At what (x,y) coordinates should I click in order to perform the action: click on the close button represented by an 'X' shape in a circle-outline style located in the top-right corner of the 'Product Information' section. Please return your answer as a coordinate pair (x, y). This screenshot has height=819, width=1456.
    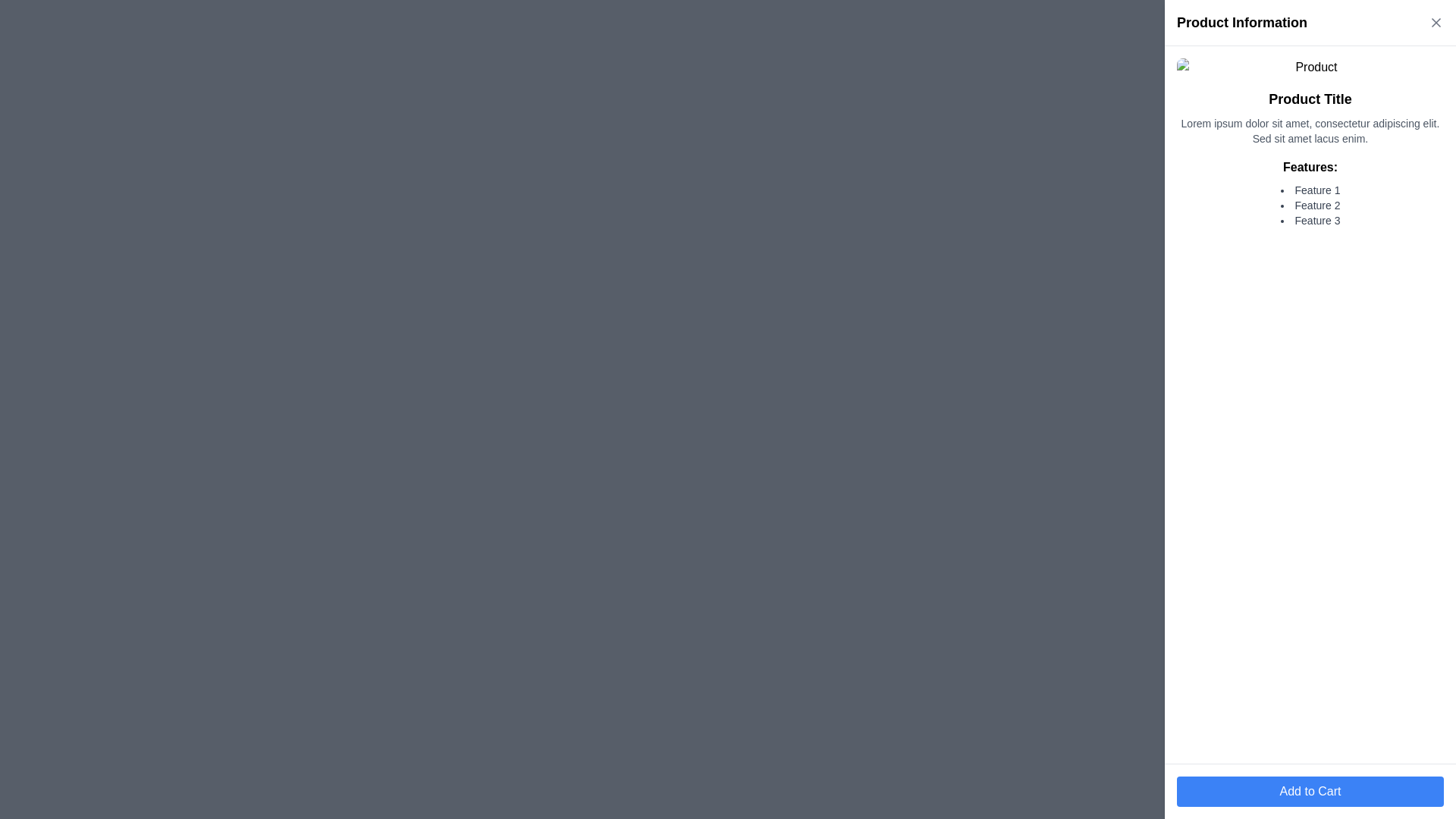
    Looking at the image, I should click on (1436, 23).